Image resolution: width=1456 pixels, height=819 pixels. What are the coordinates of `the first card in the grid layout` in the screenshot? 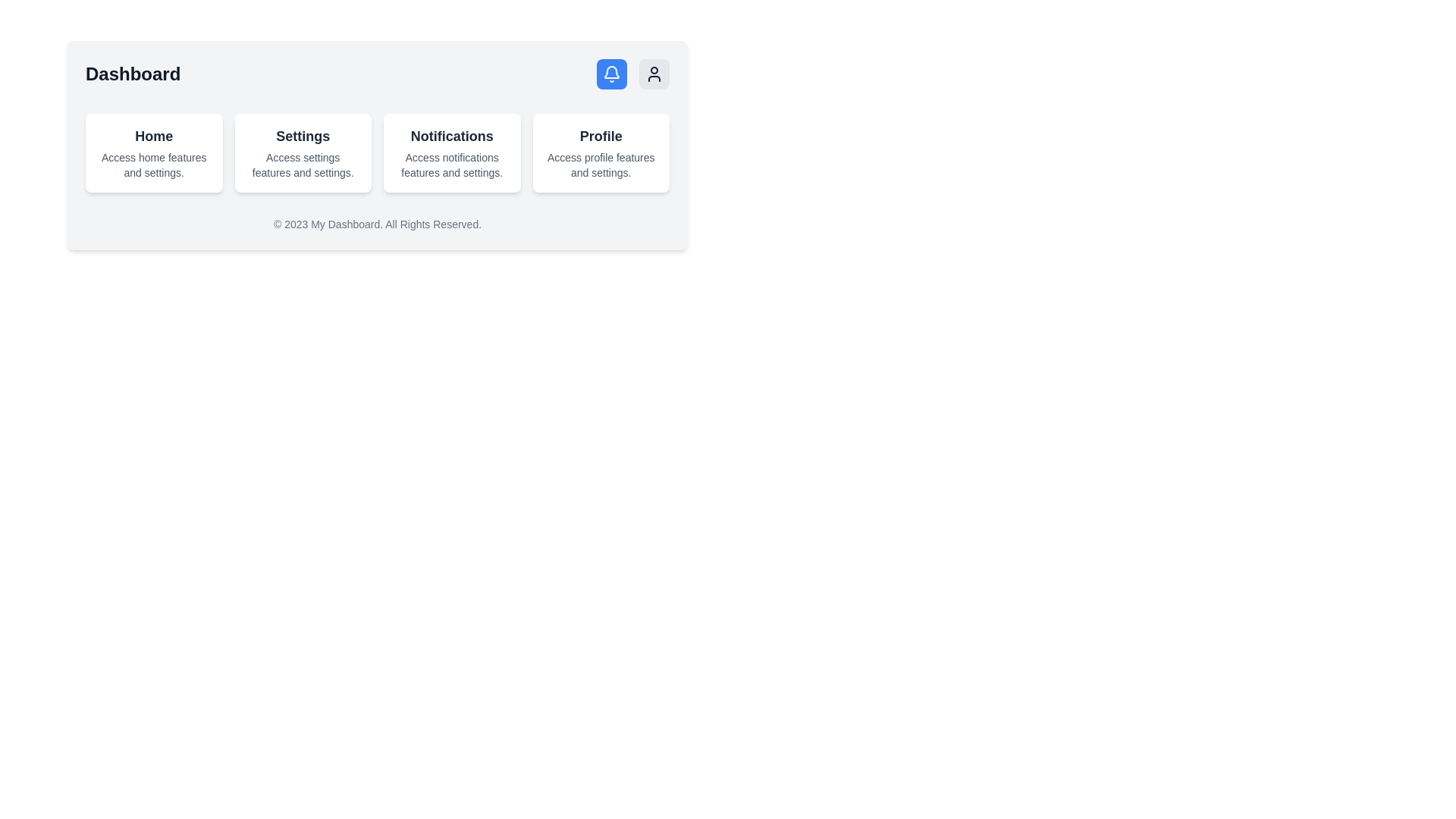 It's located at (154, 152).